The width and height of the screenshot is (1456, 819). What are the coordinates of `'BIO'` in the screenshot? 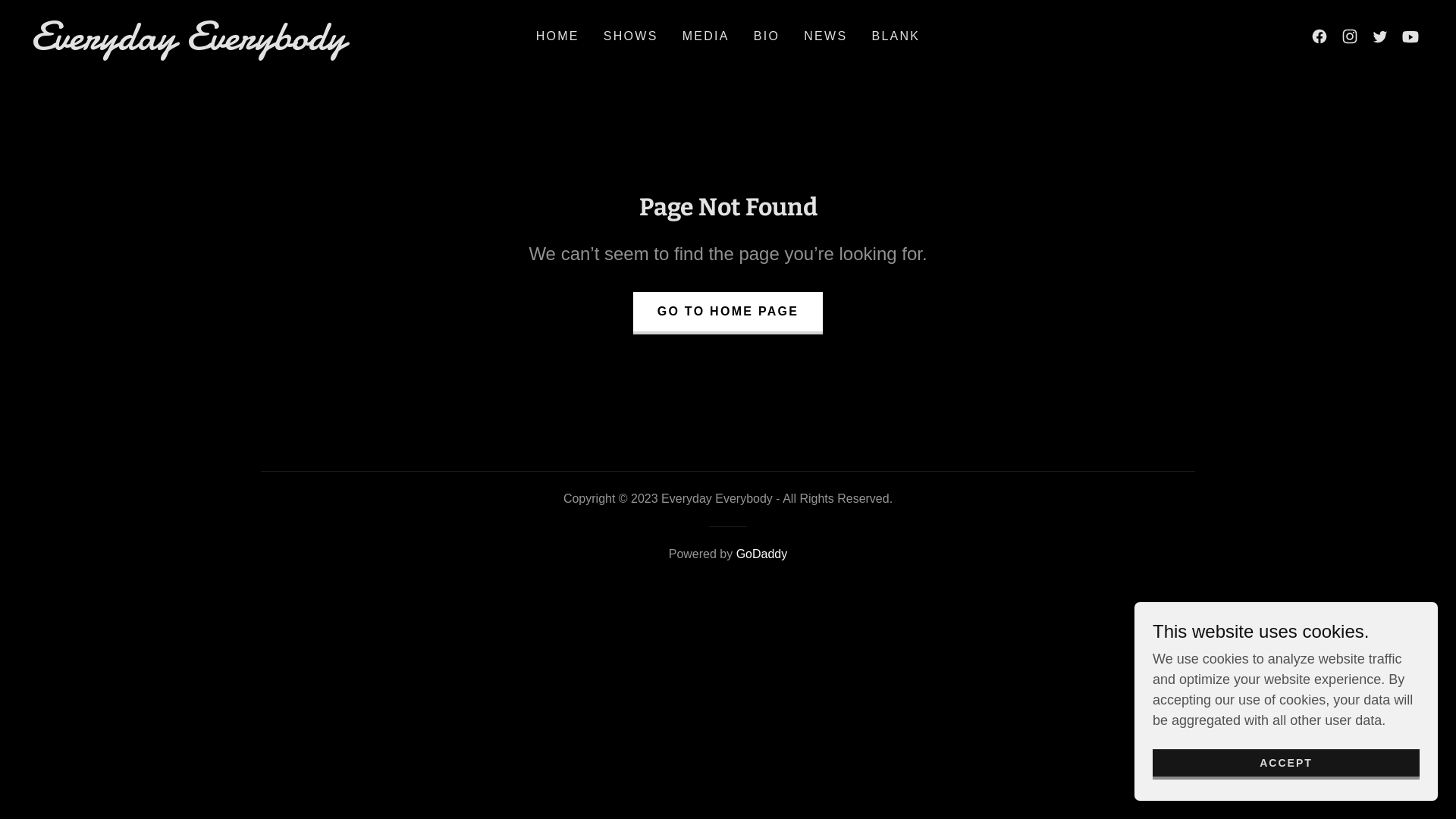 It's located at (749, 35).